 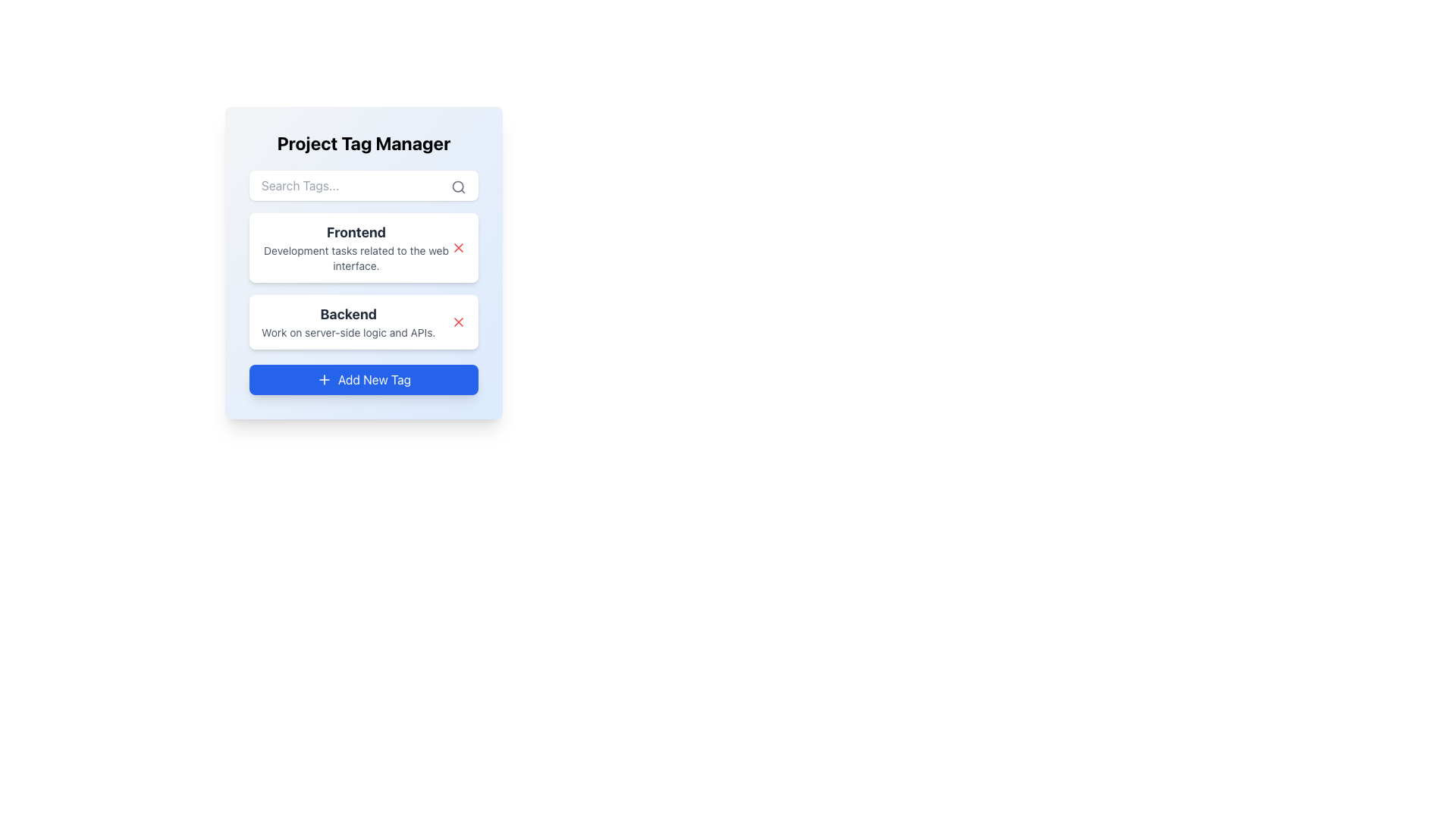 What do you see at coordinates (457, 247) in the screenshot?
I see `the red 'X' icon button located in the top-right corner of the 'Frontend' card` at bounding box center [457, 247].